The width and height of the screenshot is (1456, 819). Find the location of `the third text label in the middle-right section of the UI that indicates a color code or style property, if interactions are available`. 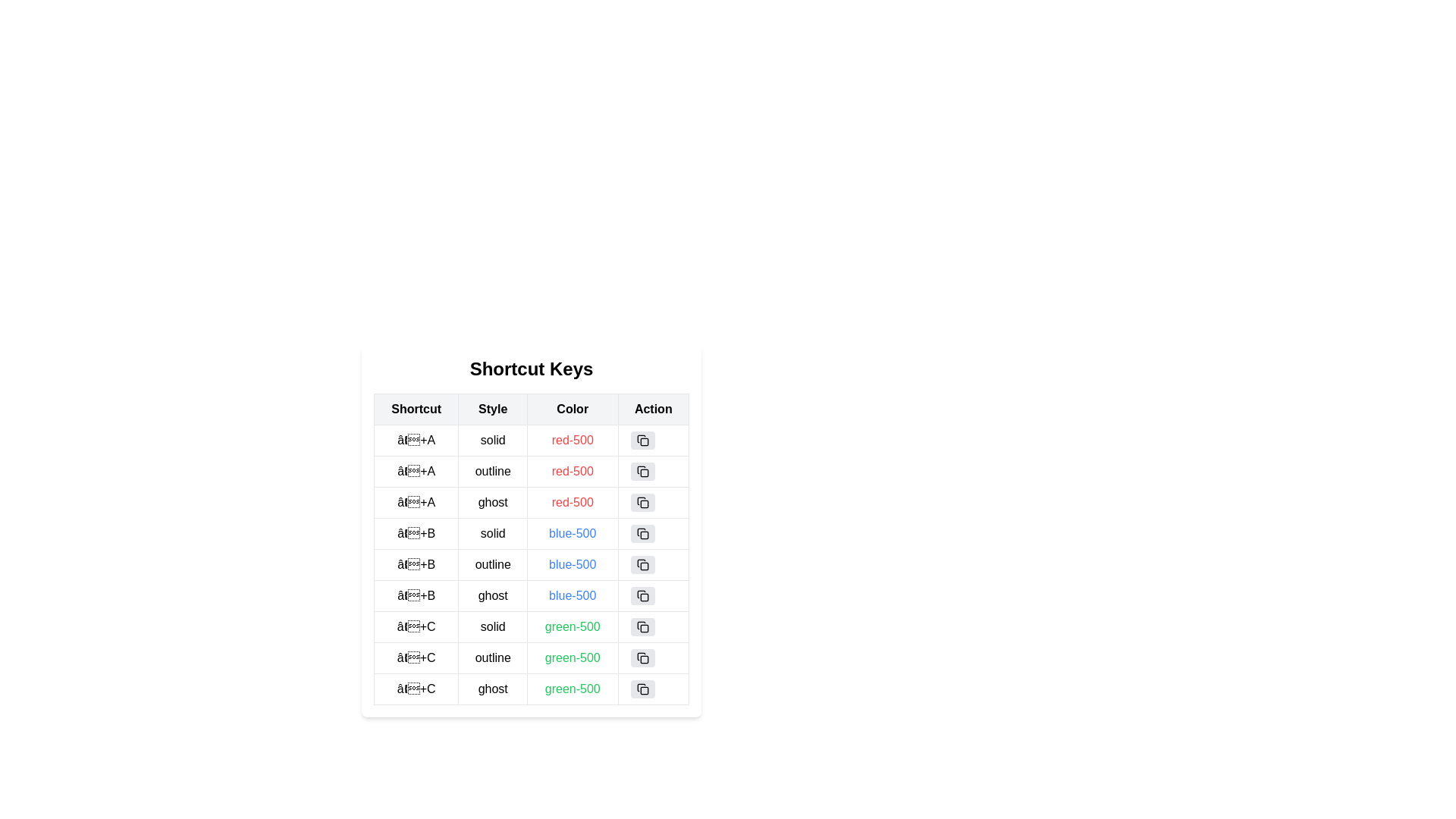

the third text label in the middle-right section of the UI that indicates a color code or style property, if interactions are available is located at coordinates (571, 470).